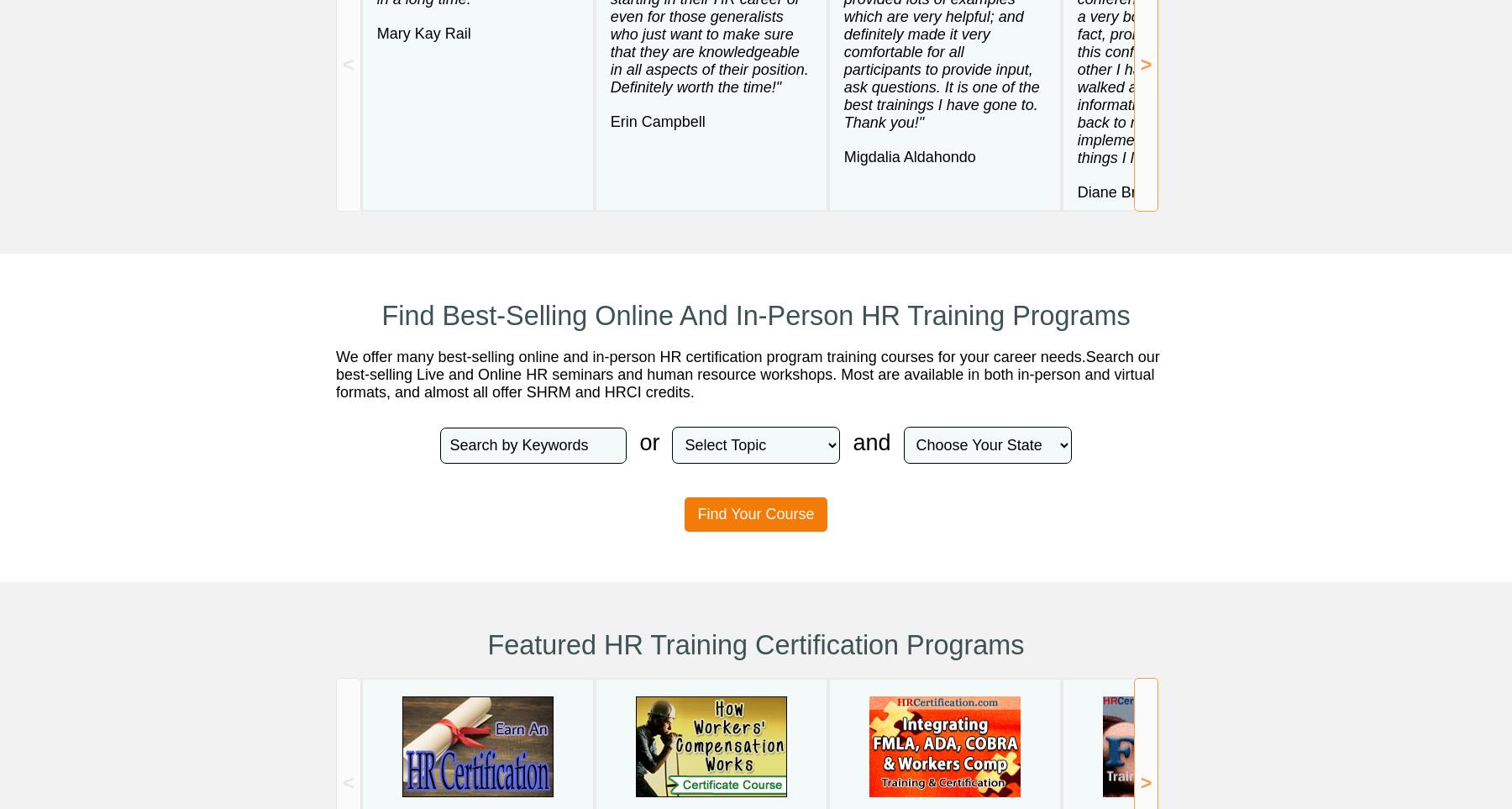  I want to click on 'Featured HR Training Certification Programs', so click(755, 644).